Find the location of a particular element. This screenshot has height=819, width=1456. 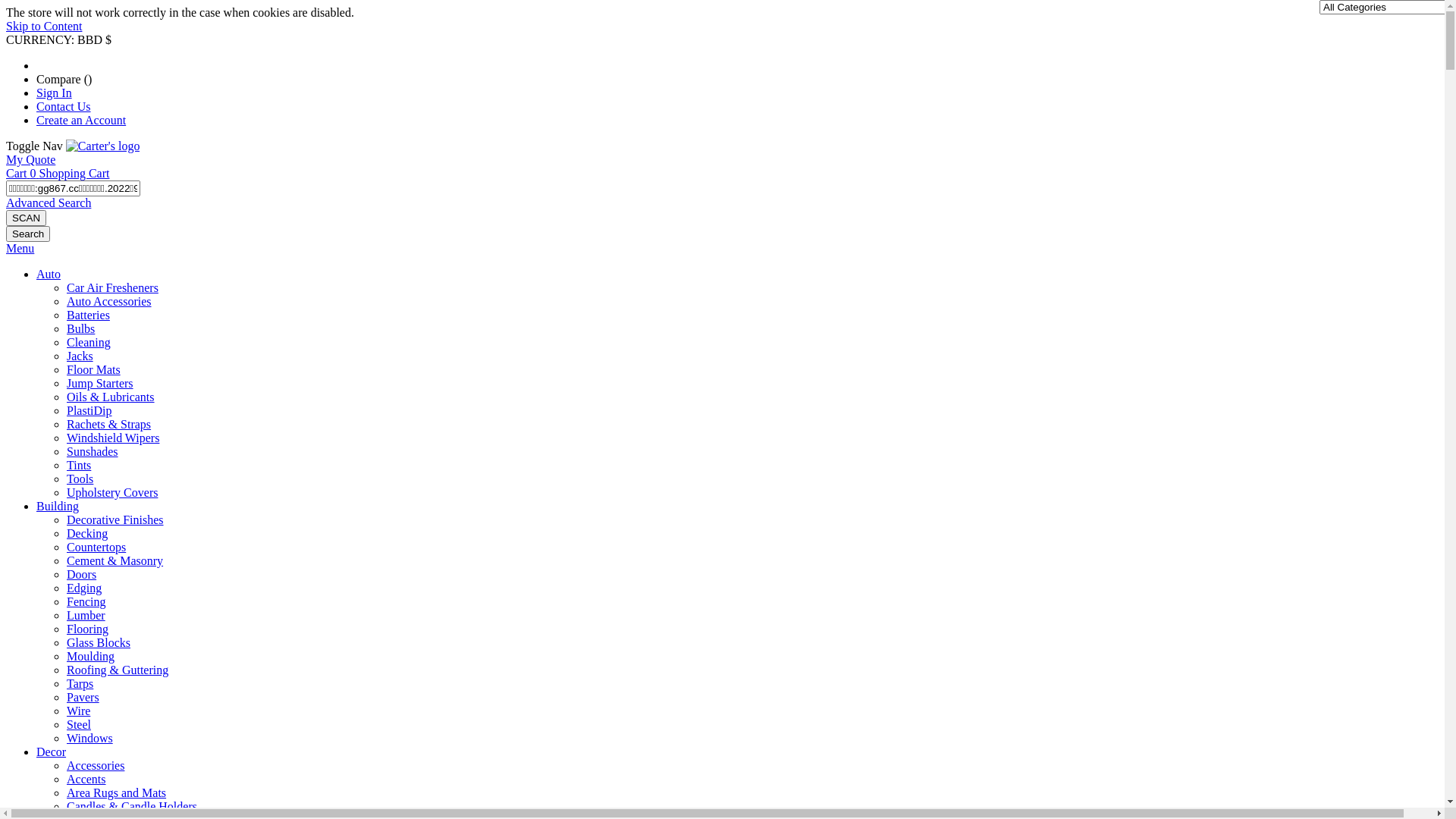

'Cleaning' is located at coordinates (87, 342).